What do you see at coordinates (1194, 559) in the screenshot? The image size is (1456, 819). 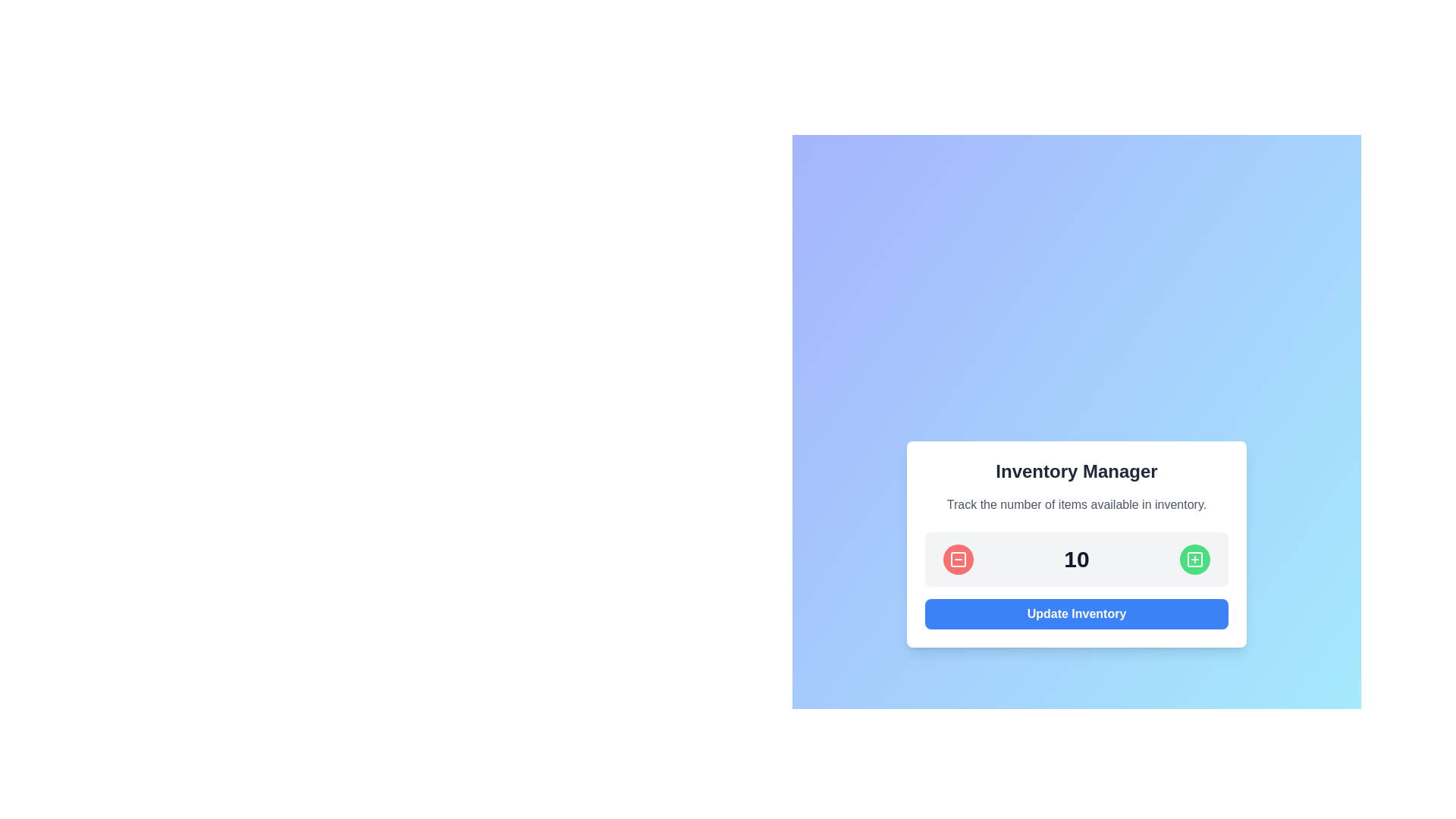 I see `the Icon button with a '+' symbol, which is a square icon with a green background and a white border, located at the bottom right of a card-like structure, to increment a value` at bounding box center [1194, 559].